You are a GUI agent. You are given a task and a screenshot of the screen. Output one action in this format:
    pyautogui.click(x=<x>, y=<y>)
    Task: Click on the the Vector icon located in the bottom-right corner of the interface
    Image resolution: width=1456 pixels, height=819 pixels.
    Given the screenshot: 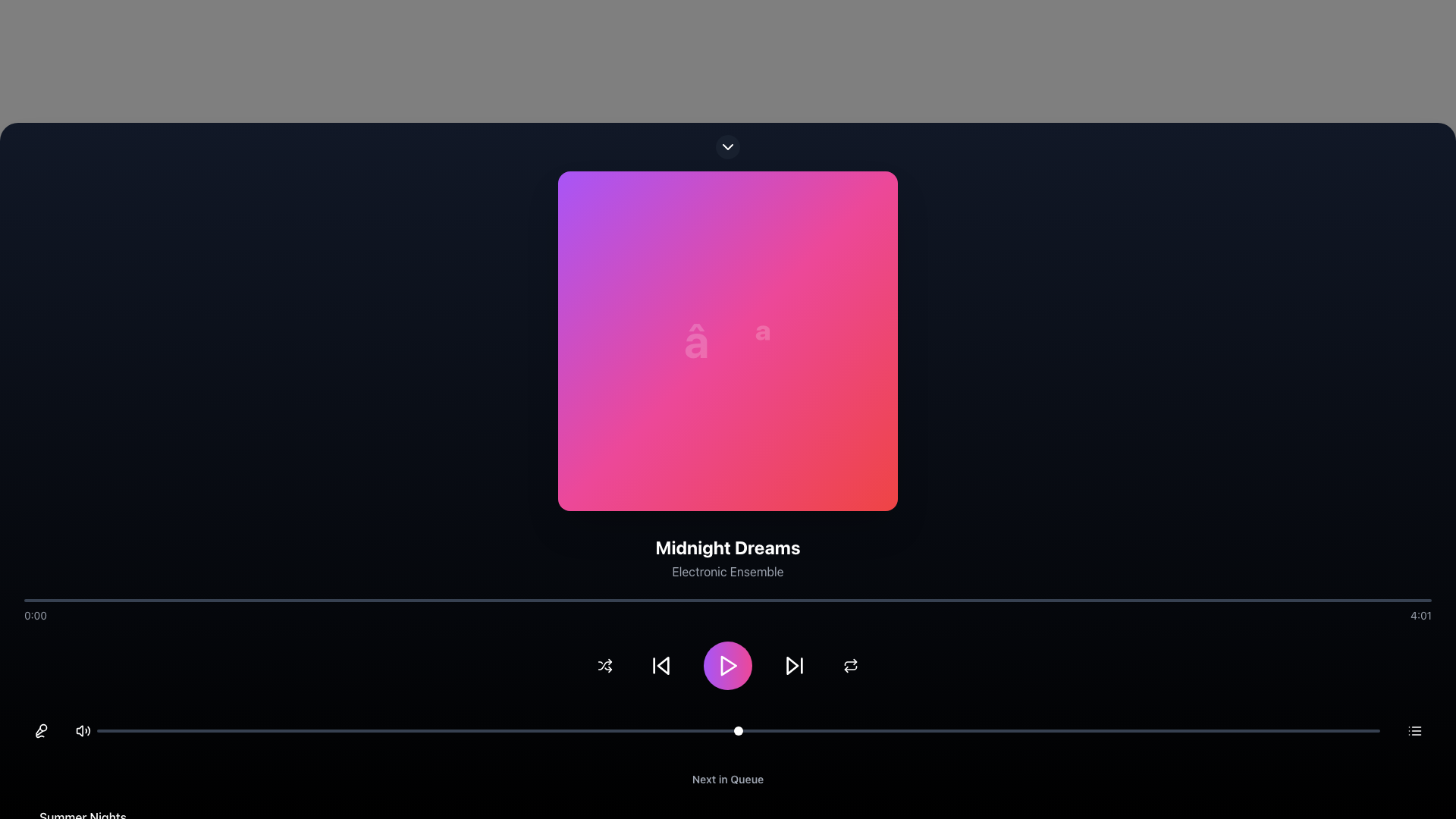 What is the action you would take?
    pyautogui.click(x=1414, y=730)
    